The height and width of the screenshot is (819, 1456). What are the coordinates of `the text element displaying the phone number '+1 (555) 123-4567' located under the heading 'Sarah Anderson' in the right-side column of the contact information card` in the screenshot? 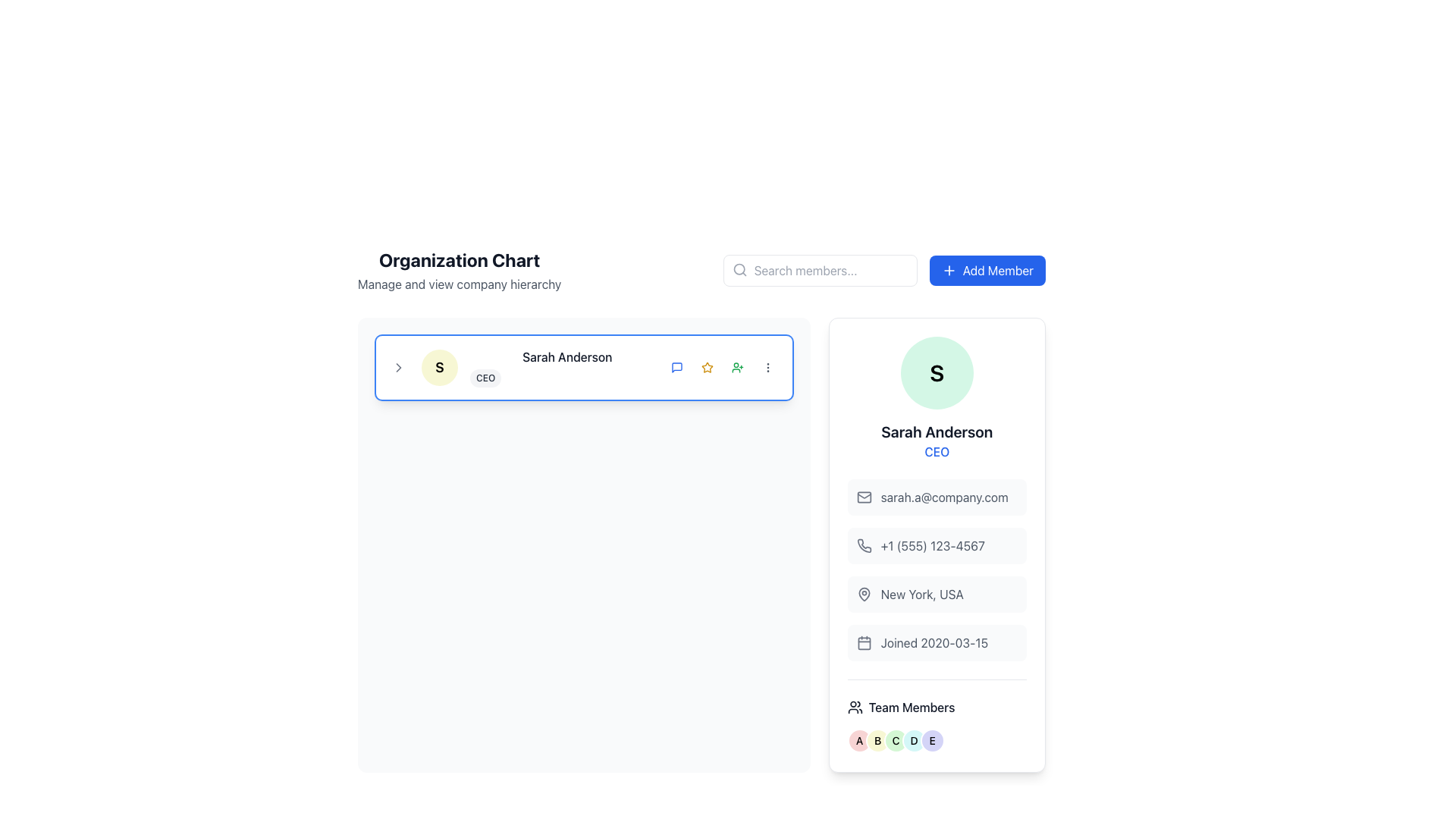 It's located at (932, 546).